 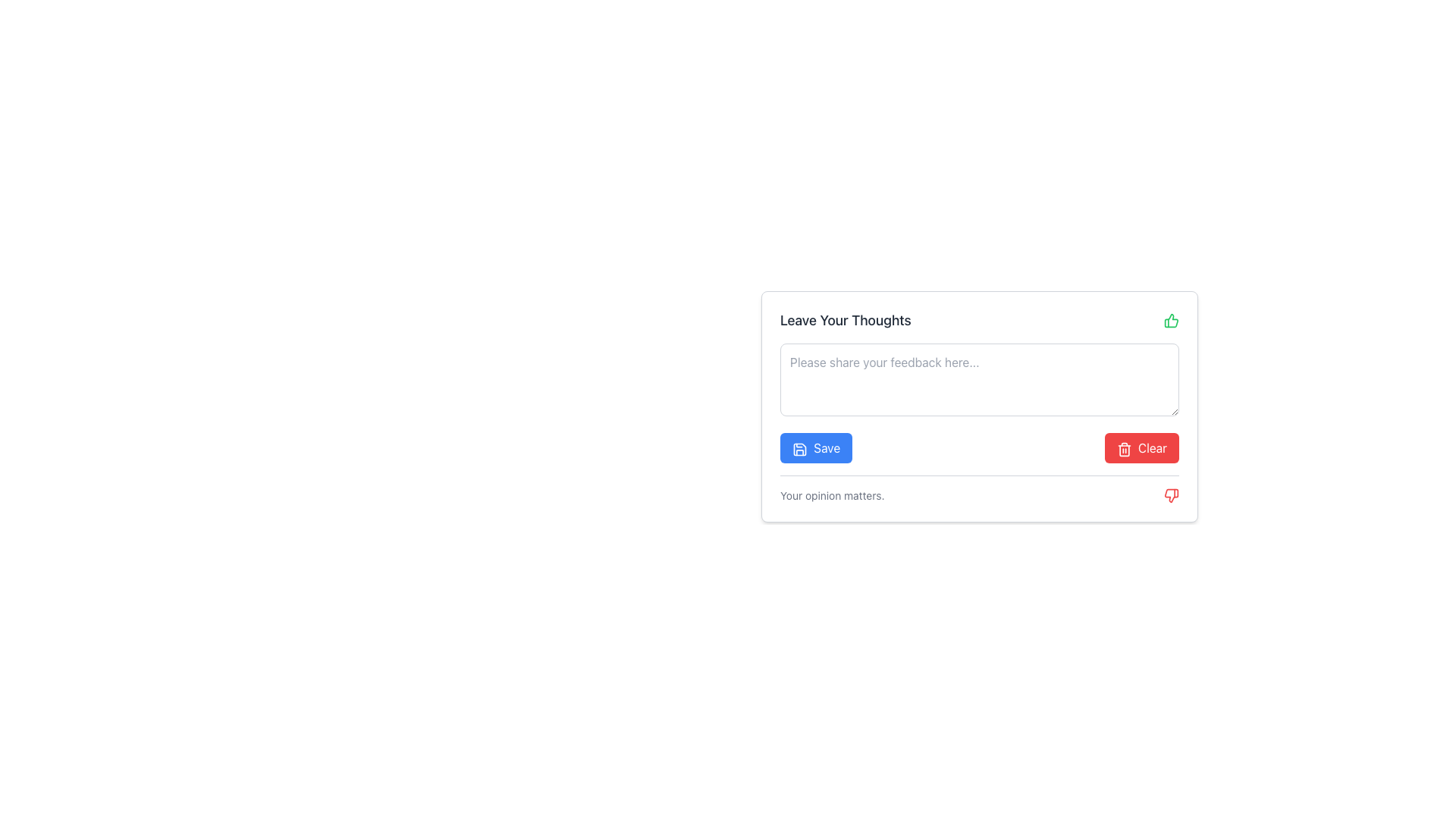 What do you see at coordinates (799, 447) in the screenshot?
I see `the save icon, which is a blue floppy disk symbol located below the input text area in the 'Leave Your Thoughts' form` at bounding box center [799, 447].